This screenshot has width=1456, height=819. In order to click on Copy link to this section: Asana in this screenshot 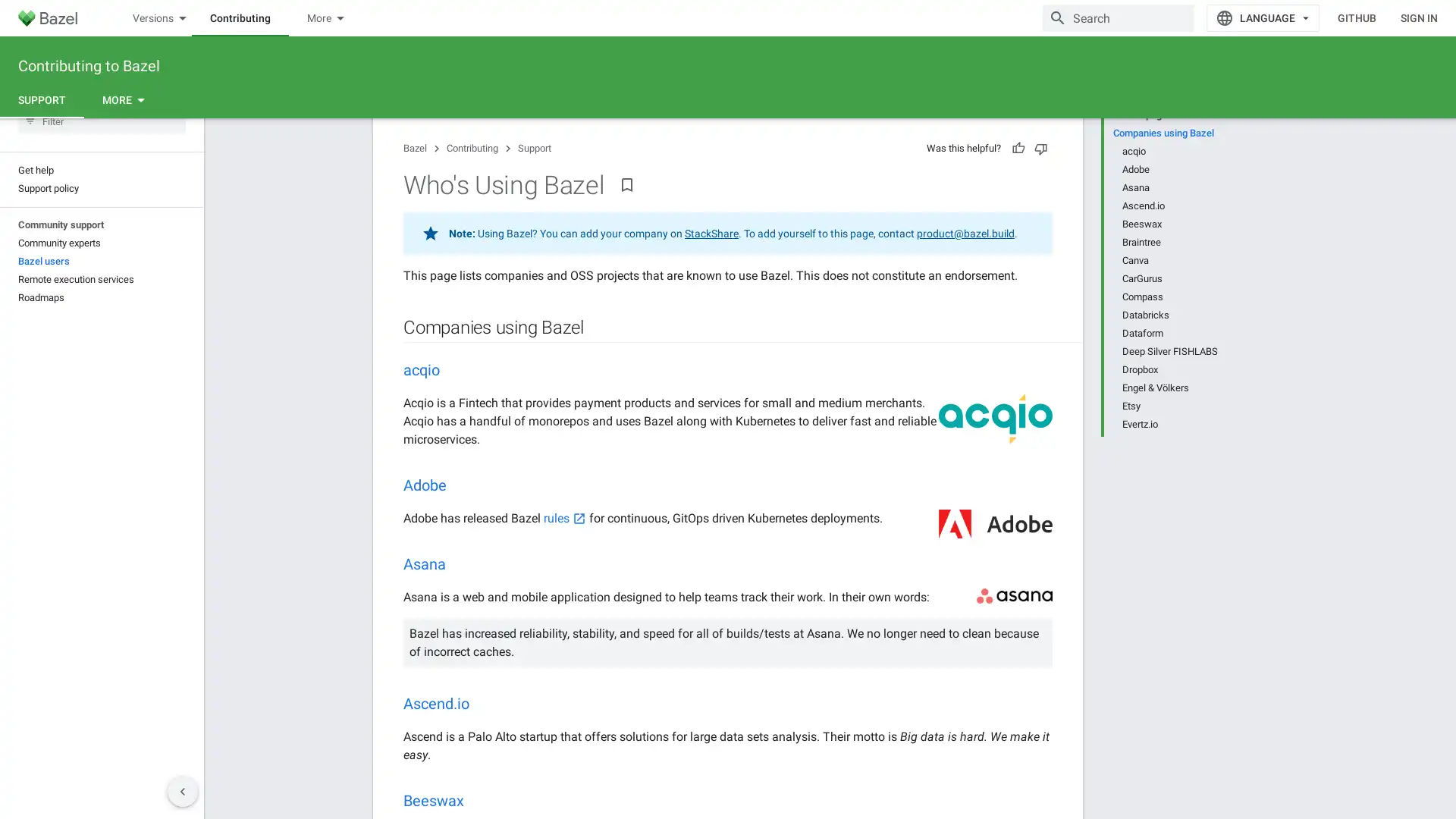, I will do `click(460, 591)`.